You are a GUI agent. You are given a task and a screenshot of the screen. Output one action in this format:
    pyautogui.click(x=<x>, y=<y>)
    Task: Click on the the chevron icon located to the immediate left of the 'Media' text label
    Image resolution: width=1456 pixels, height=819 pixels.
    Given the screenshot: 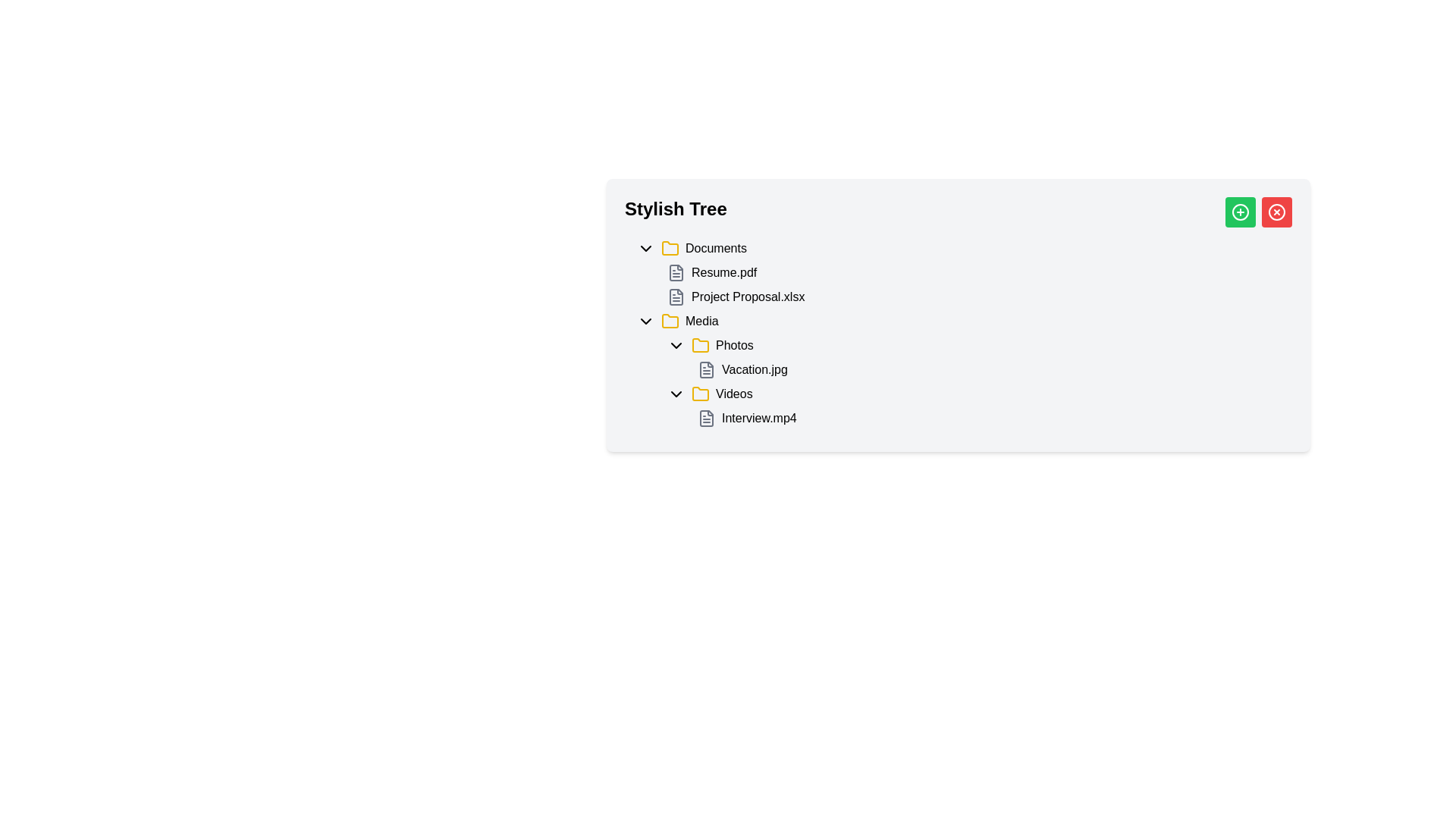 What is the action you would take?
    pyautogui.click(x=645, y=321)
    